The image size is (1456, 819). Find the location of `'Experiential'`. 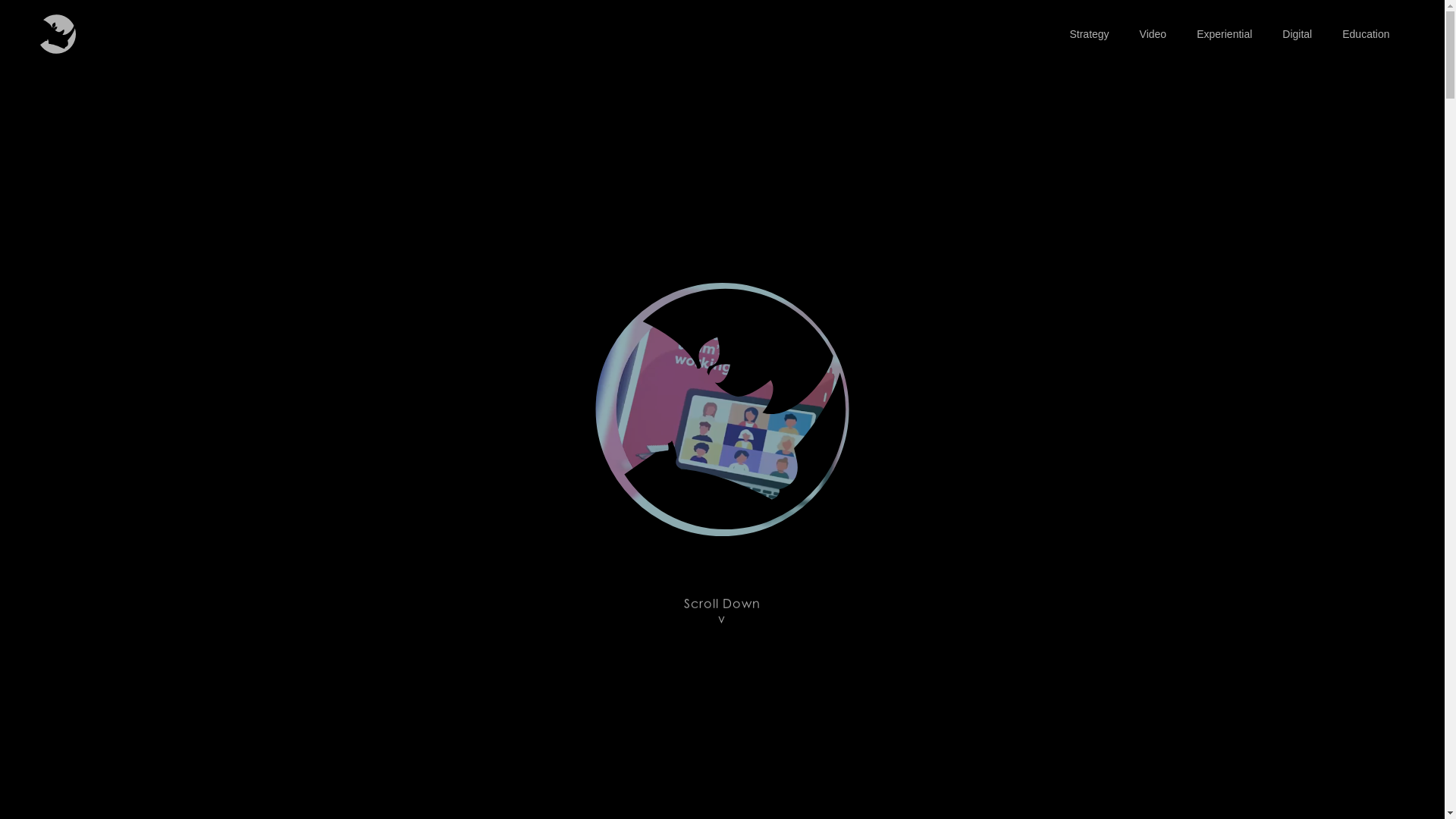

'Experiential' is located at coordinates (1224, 34).